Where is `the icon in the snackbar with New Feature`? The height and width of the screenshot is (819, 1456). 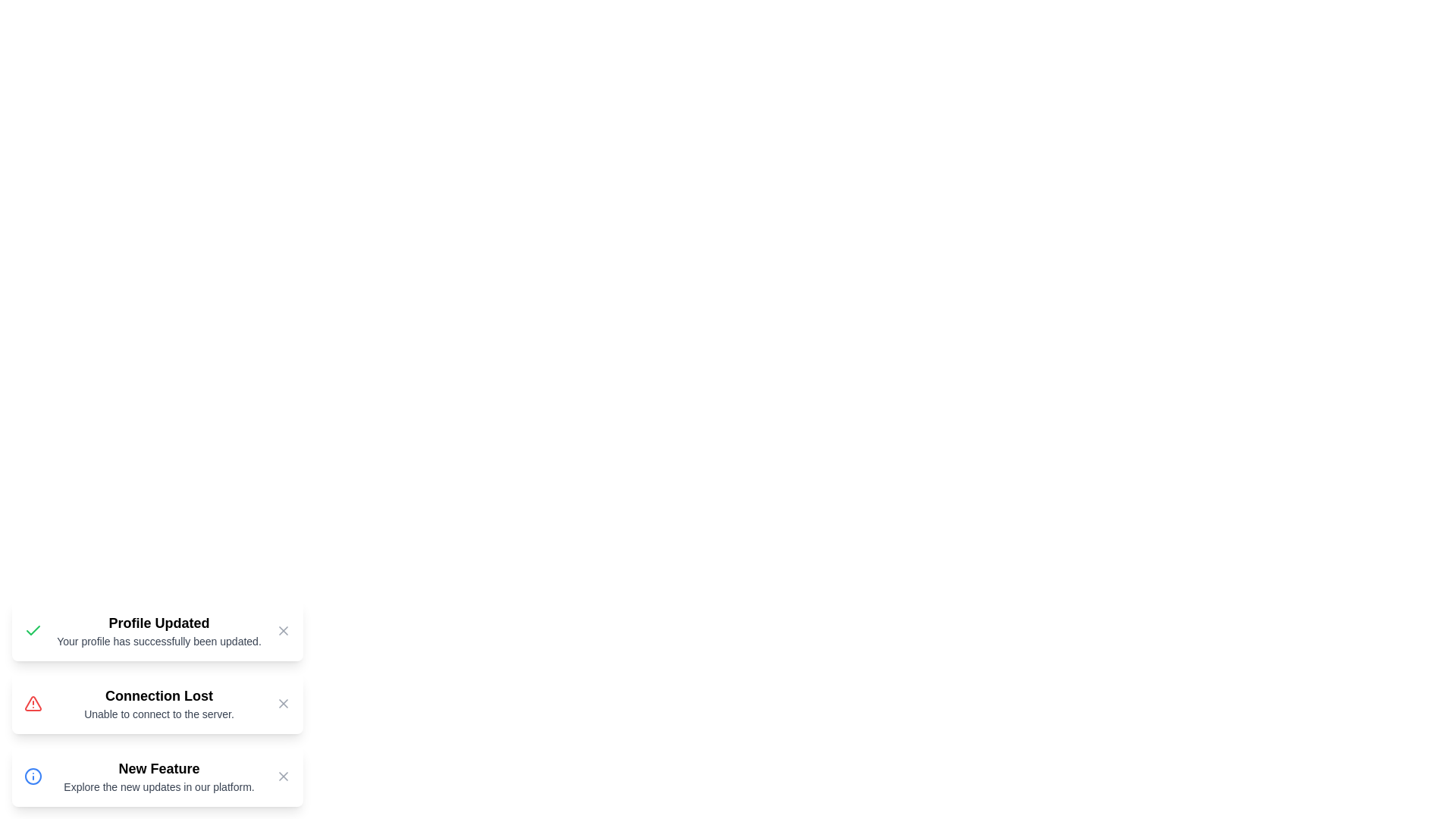 the icon in the snackbar with New Feature is located at coordinates (33, 776).